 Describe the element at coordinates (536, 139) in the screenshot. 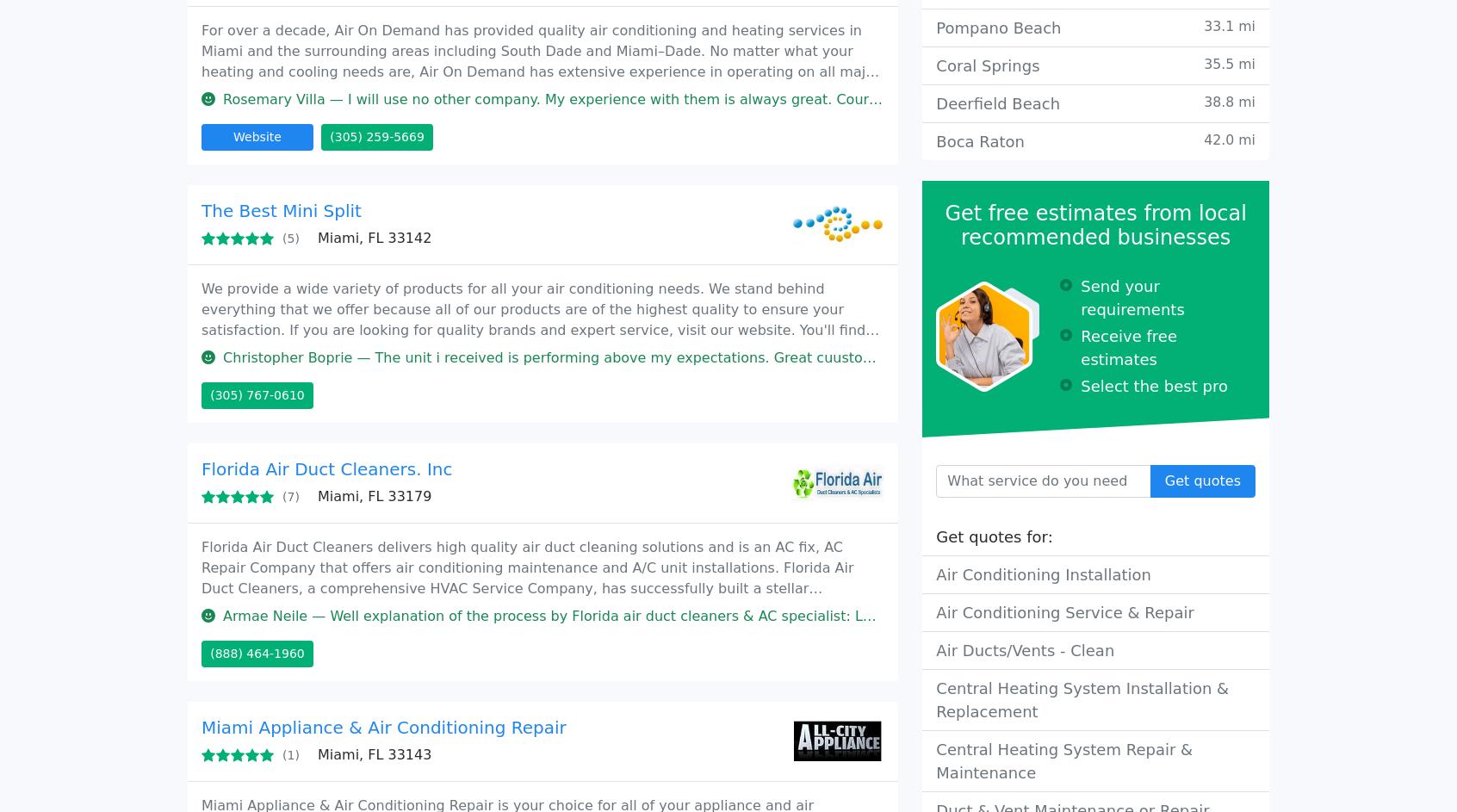

I see `'Since 1936, Hill York has been providing energy efficient services for the installation, maintenance, and repair of a wide range of commercial heating, cooling, and ventilation systems across Florida. We recently moved and installed 10 roof top units for a client's very large warehouse facility in St. Petersburg, FL.'` at that location.